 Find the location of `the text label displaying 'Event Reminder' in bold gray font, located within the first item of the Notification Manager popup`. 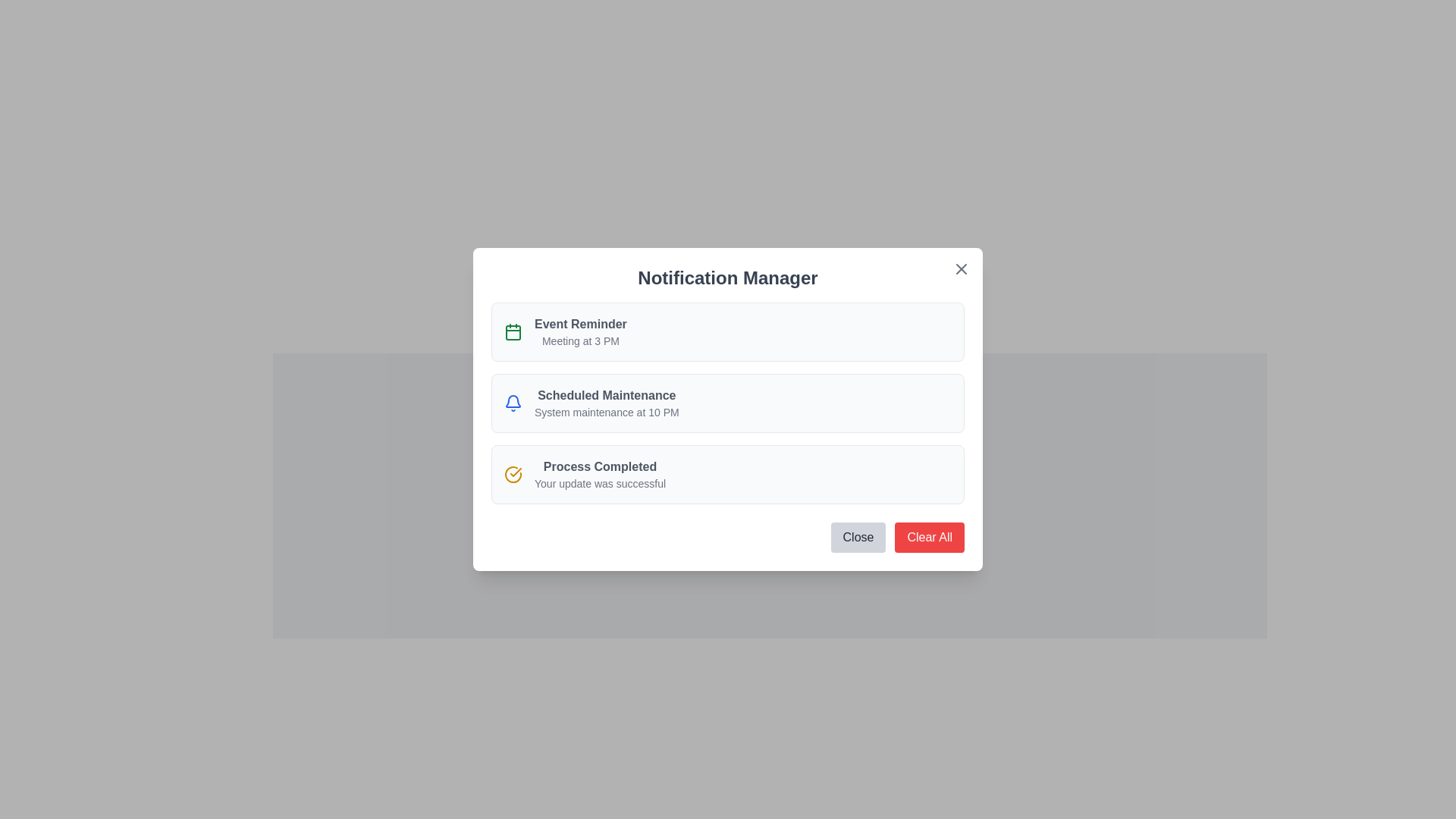

the text label displaying 'Event Reminder' in bold gray font, located within the first item of the Notification Manager popup is located at coordinates (579, 324).